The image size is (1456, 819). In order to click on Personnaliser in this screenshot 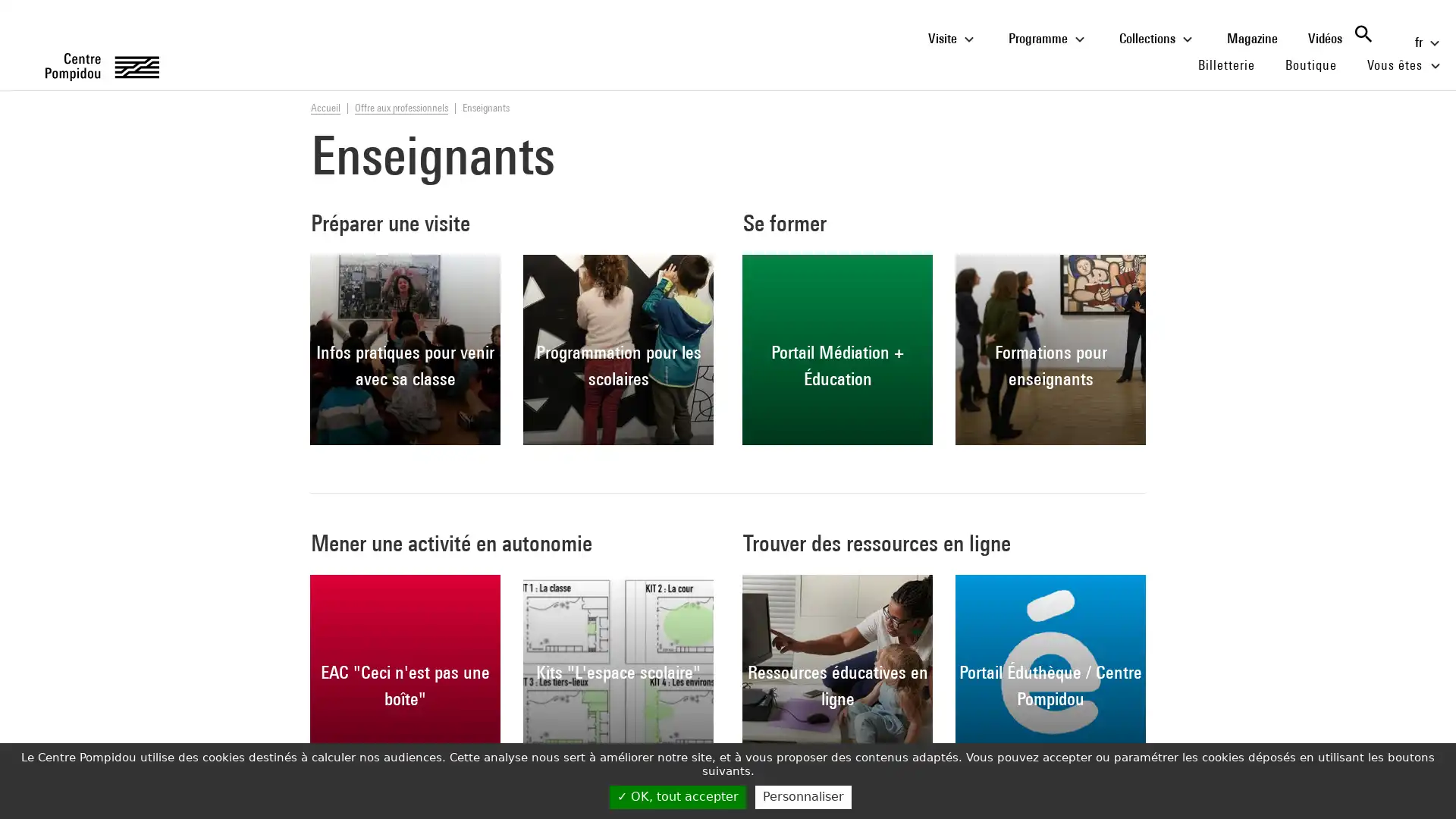, I will do `click(802, 796)`.